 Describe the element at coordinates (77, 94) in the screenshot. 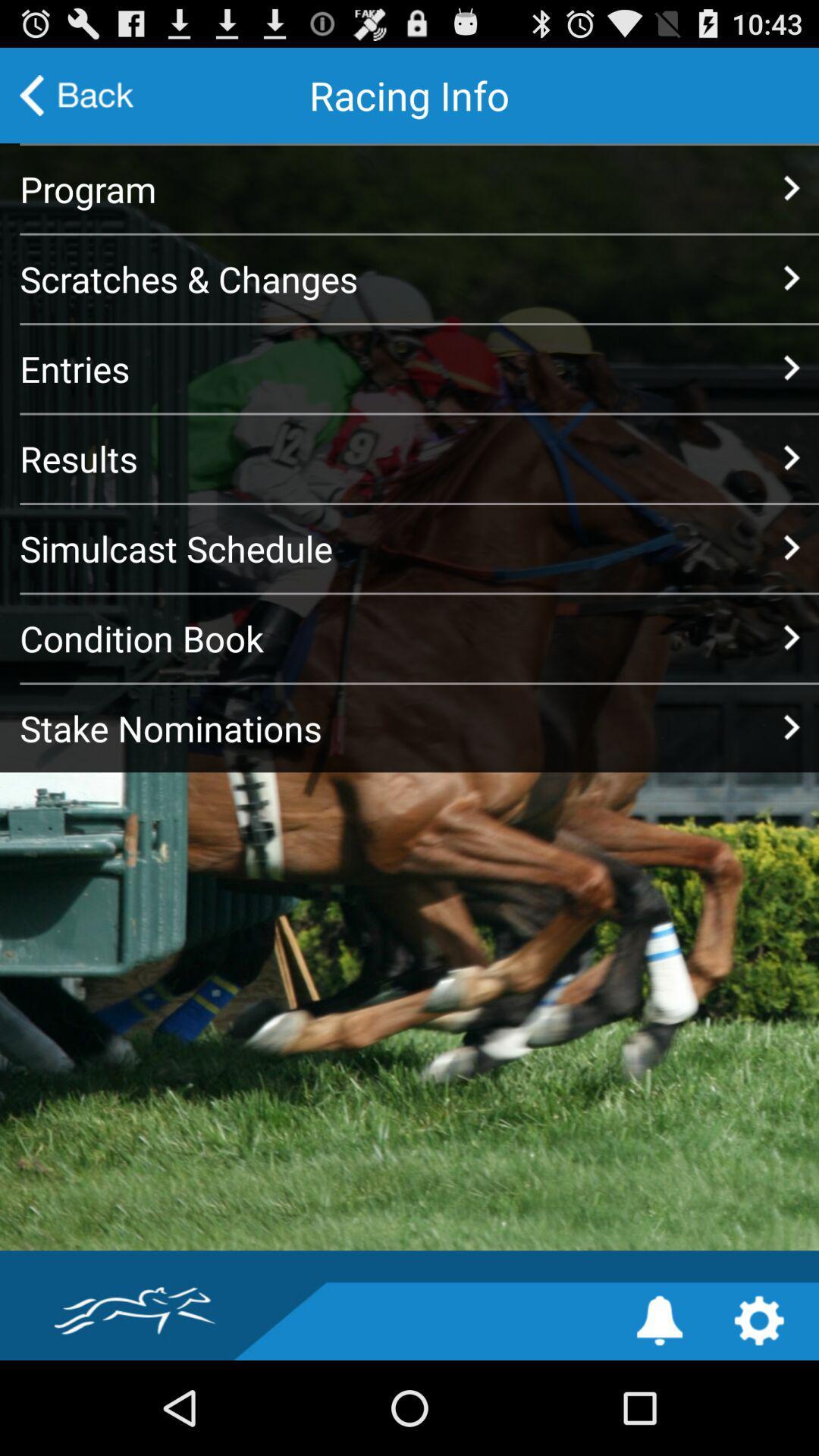

I see `go back` at that location.